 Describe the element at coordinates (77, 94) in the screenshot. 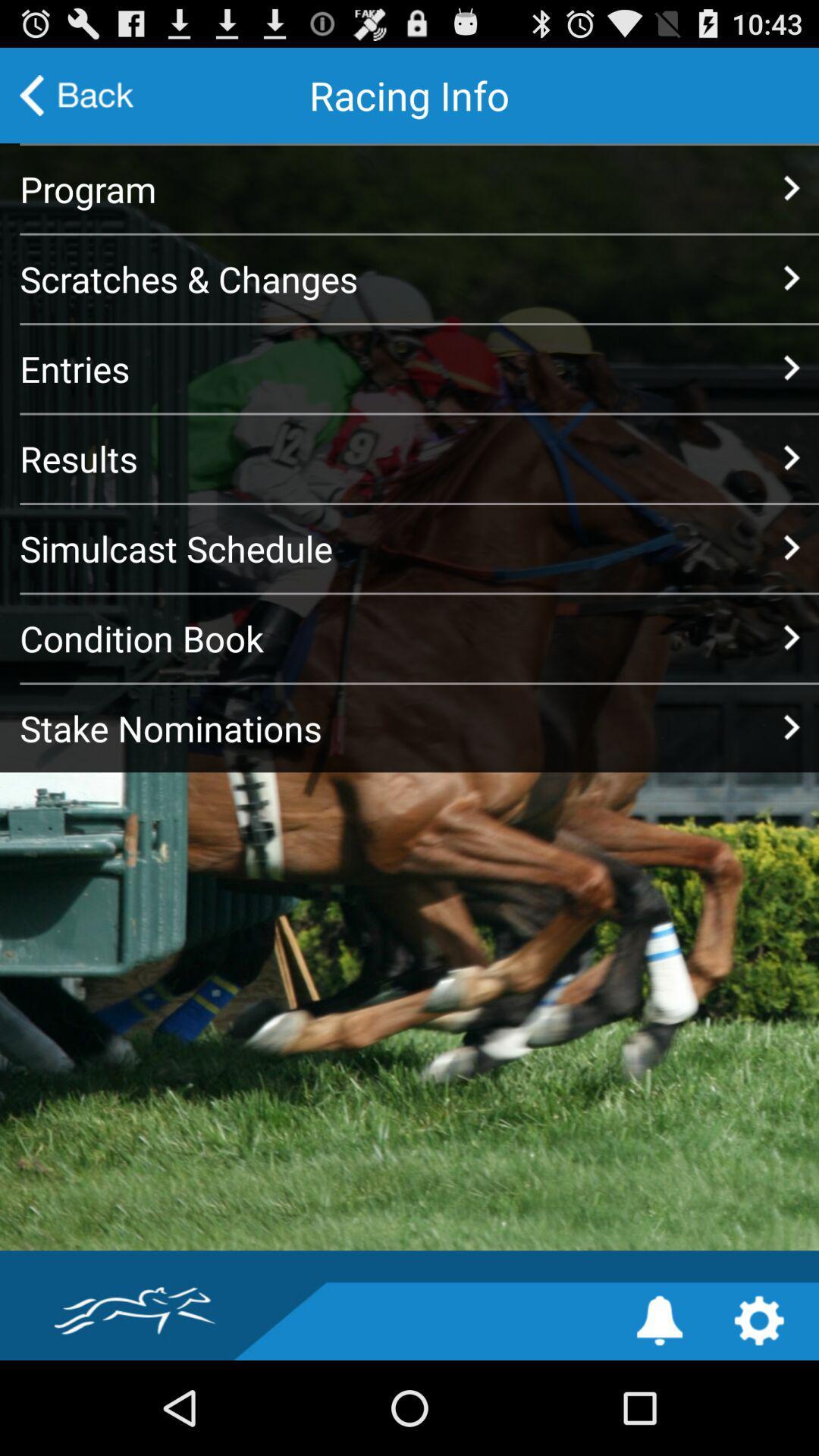

I see `go back` at that location.